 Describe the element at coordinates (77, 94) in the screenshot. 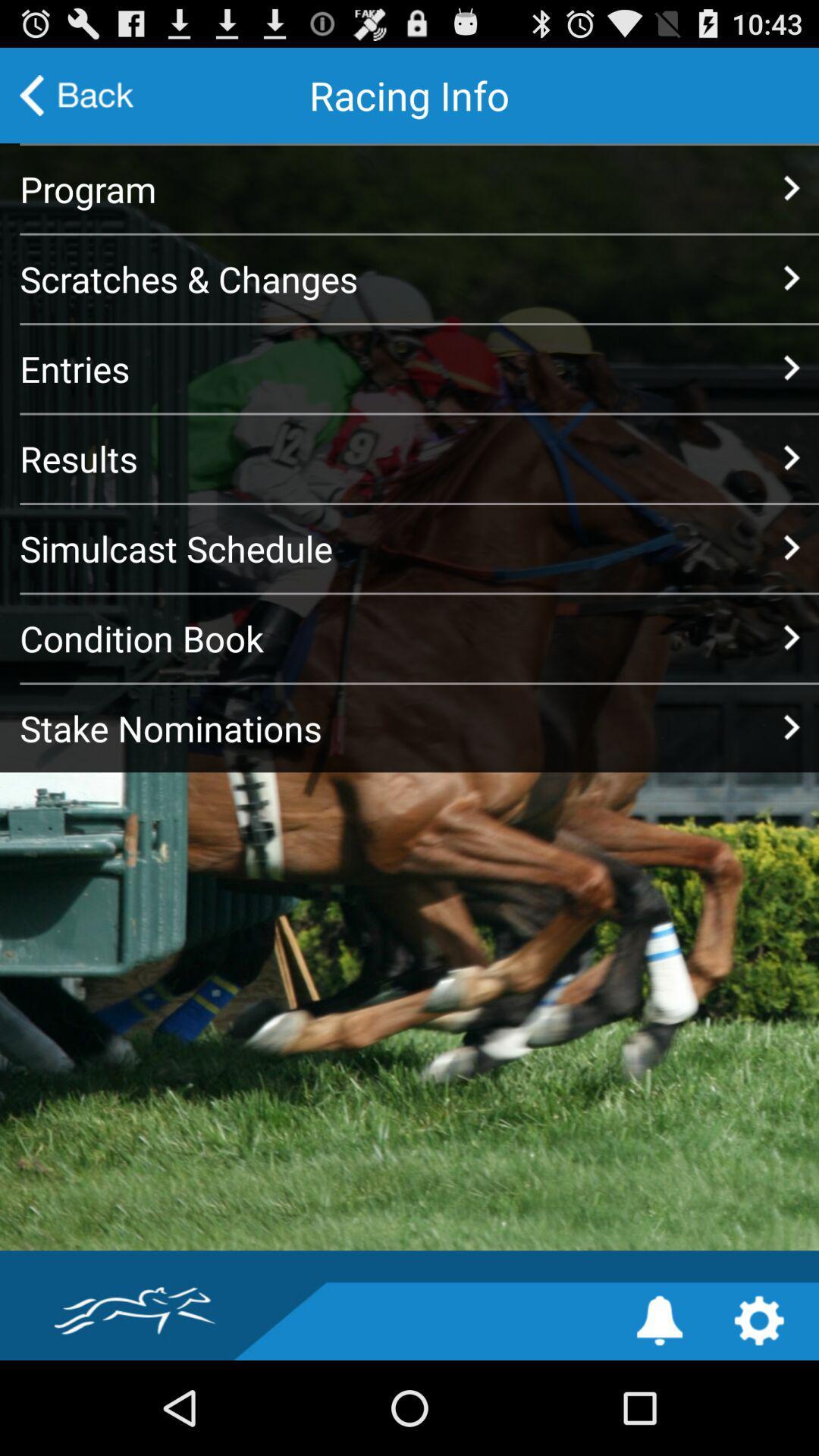

I see `go back` at that location.